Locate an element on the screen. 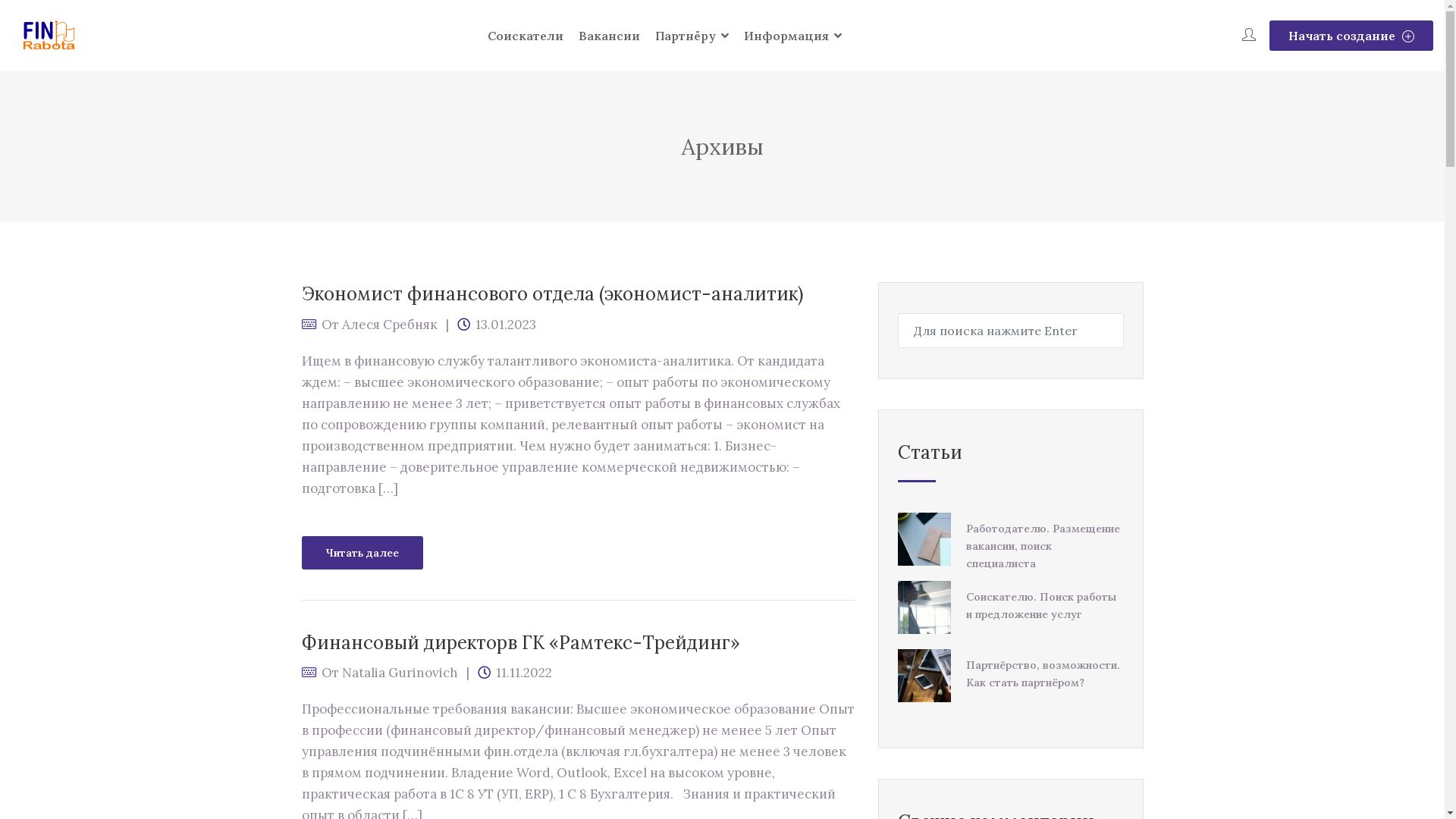  'Natalia Gurinovich' is located at coordinates (399, 672).